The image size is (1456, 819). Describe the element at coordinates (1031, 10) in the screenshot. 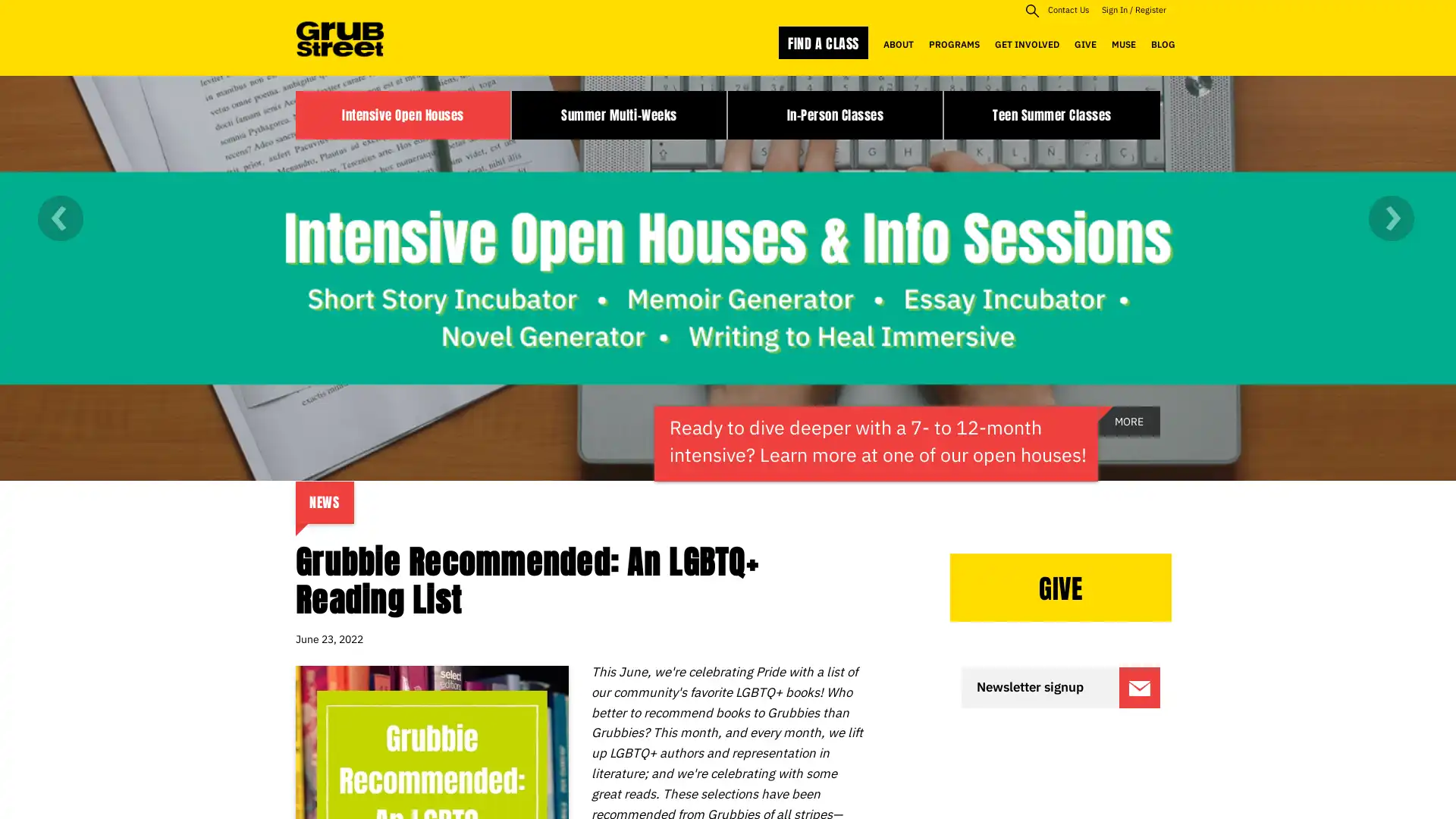

I see `site search` at that location.